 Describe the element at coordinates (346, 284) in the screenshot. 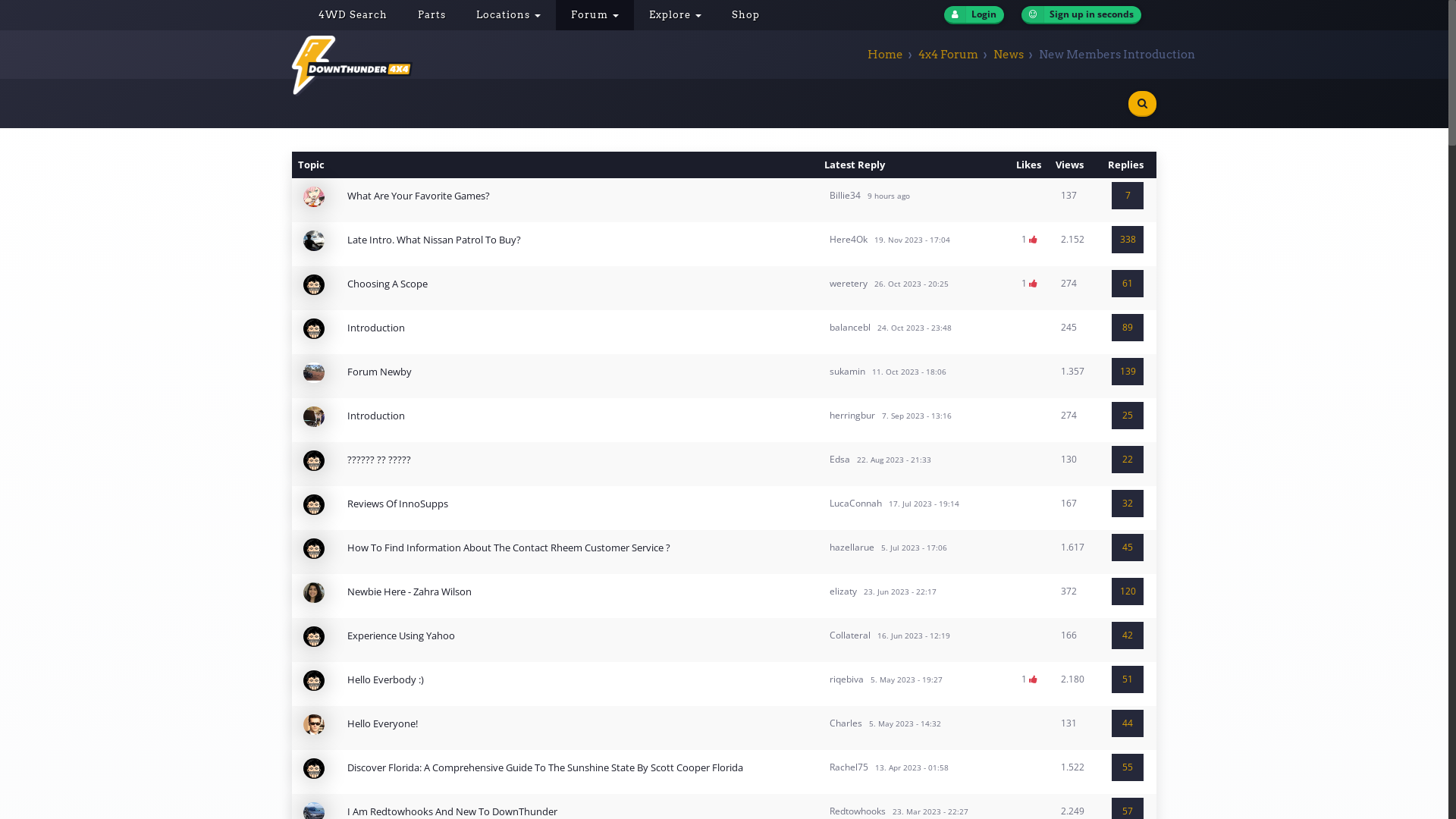

I see `'Choosing A Scope'` at that location.